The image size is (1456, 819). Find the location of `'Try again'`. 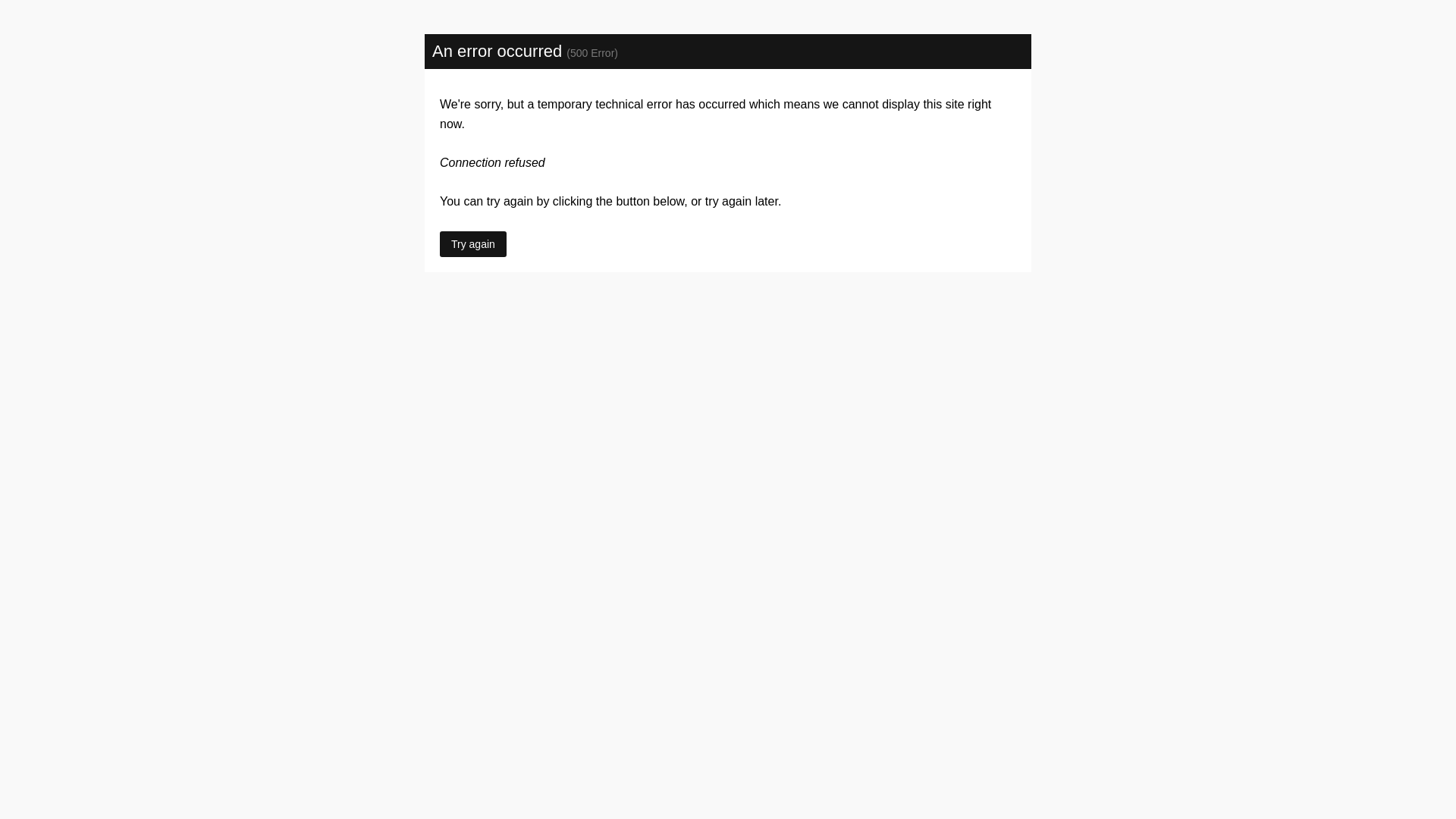

'Try again' is located at coordinates (472, 243).